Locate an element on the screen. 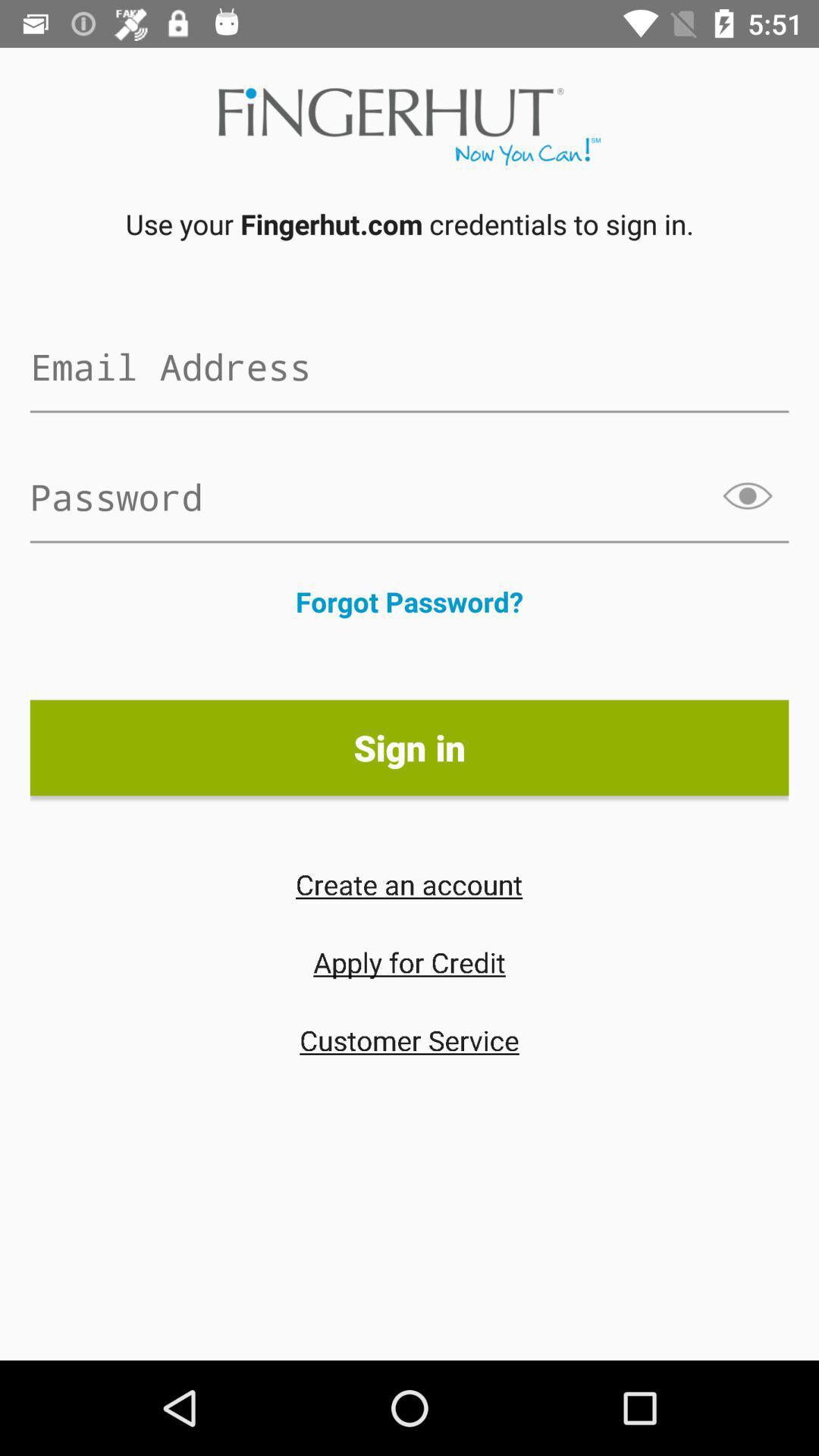  the forgot password? is located at coordinates (409, 601).